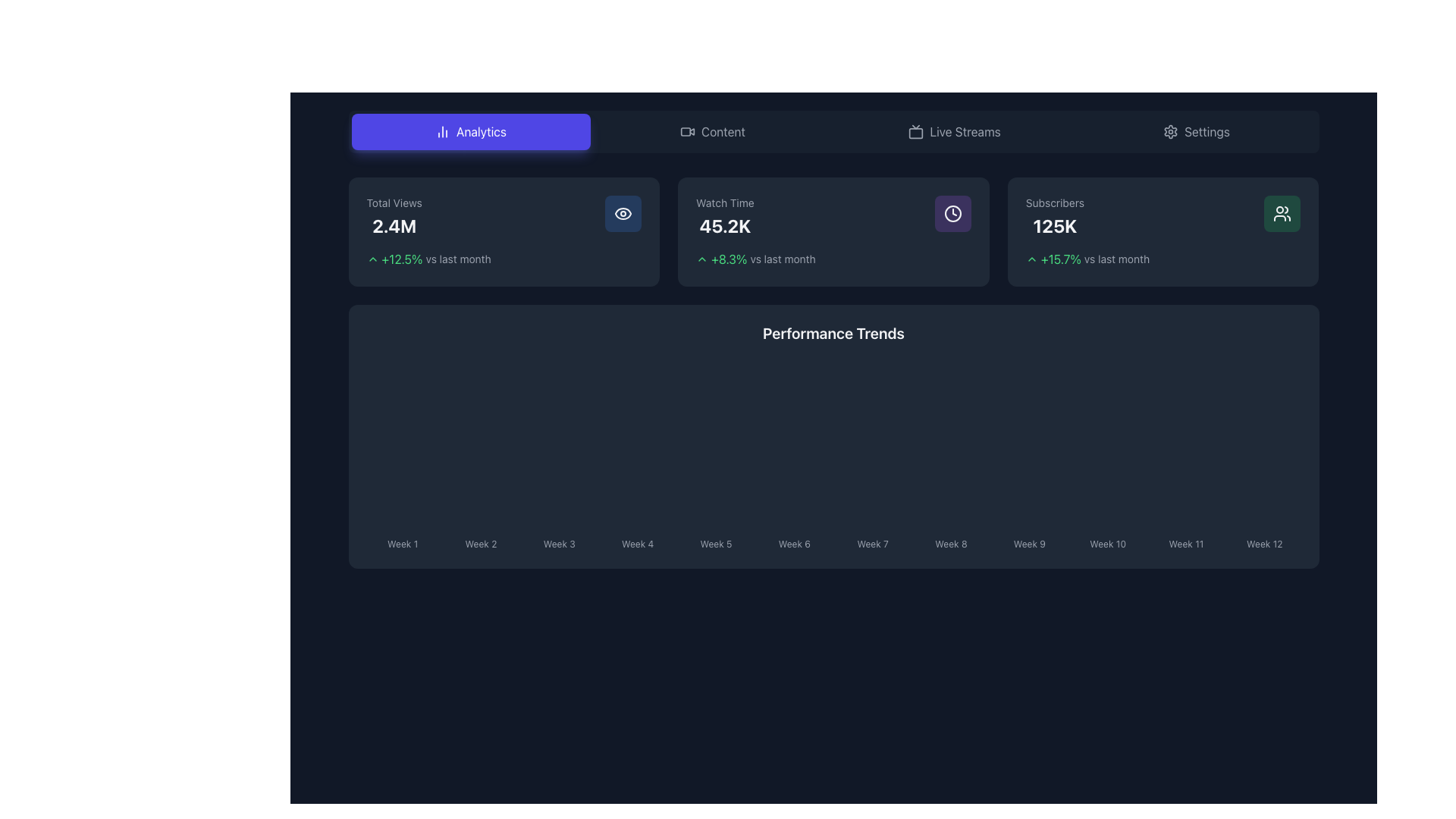 This screenshot has height=819, width=1456. Describe the element at coordinates (457, 259) in the screenshot. I see `the static text label located to the right of the percentage change text ('+12.5%') in the top-left card of the dashboard interface` at that location.